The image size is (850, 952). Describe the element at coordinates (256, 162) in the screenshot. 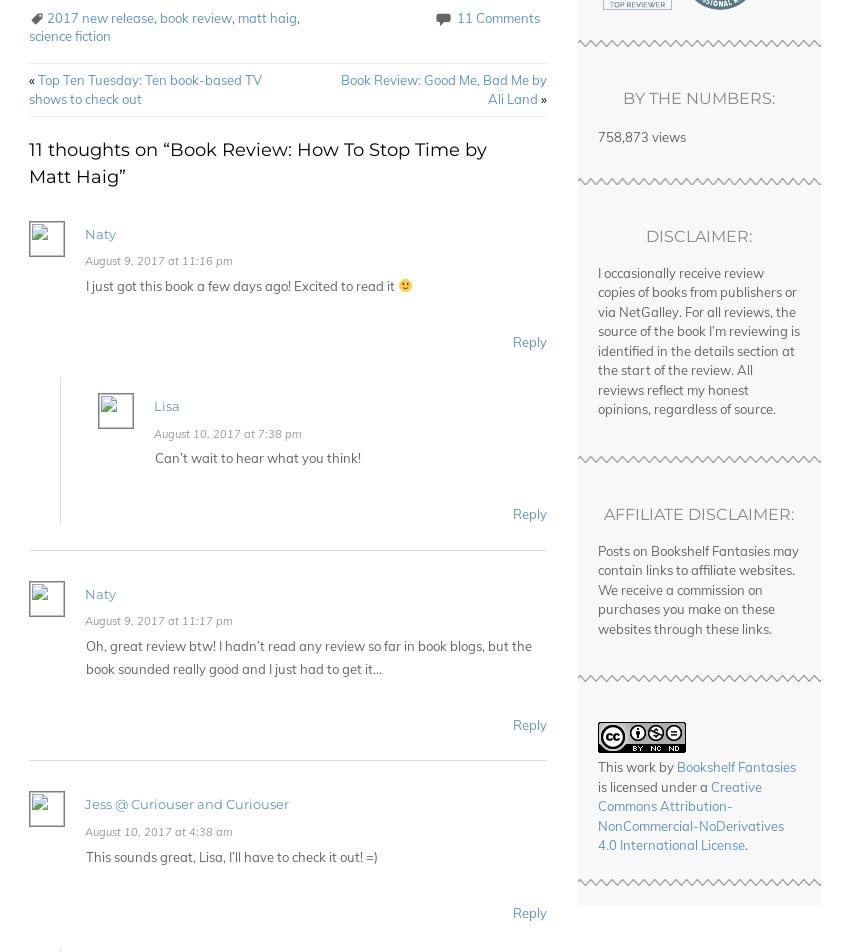

I see `'Book Review: How To Stop Time by Matt Haig'` at that location.